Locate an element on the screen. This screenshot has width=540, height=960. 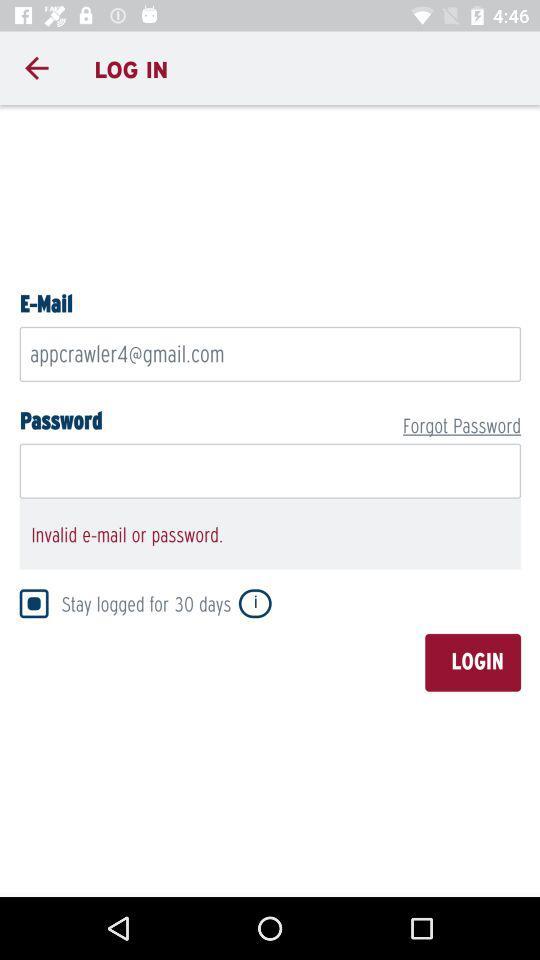
grassland is located at coordinates (270, 497).